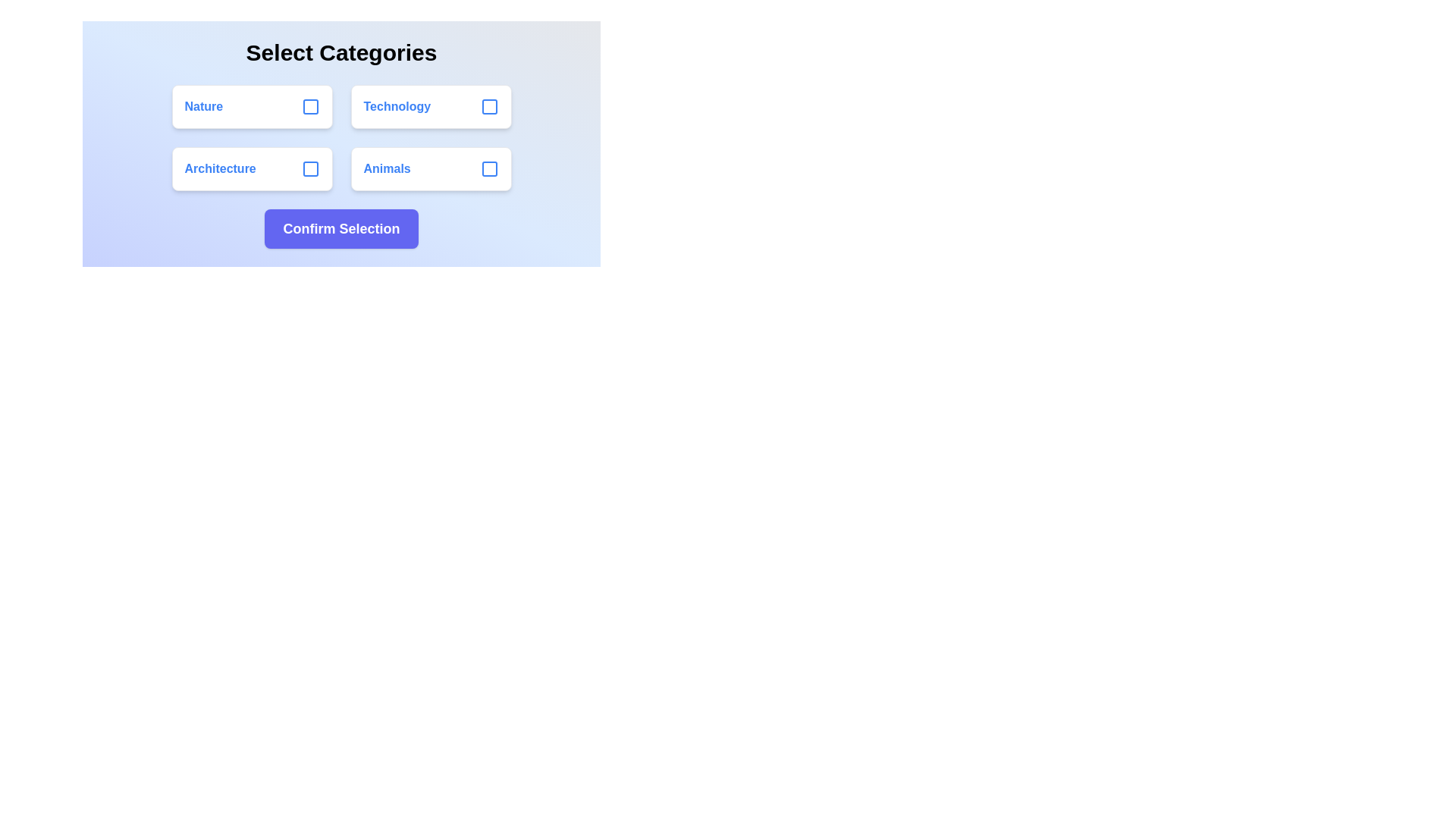 The height and width of the screenshot is (819, 1456). Describe the element at coordinates (489, 169) in the screenshot. I see `the checkbox corresponding to the category Animals to toggle its selection` at that location.